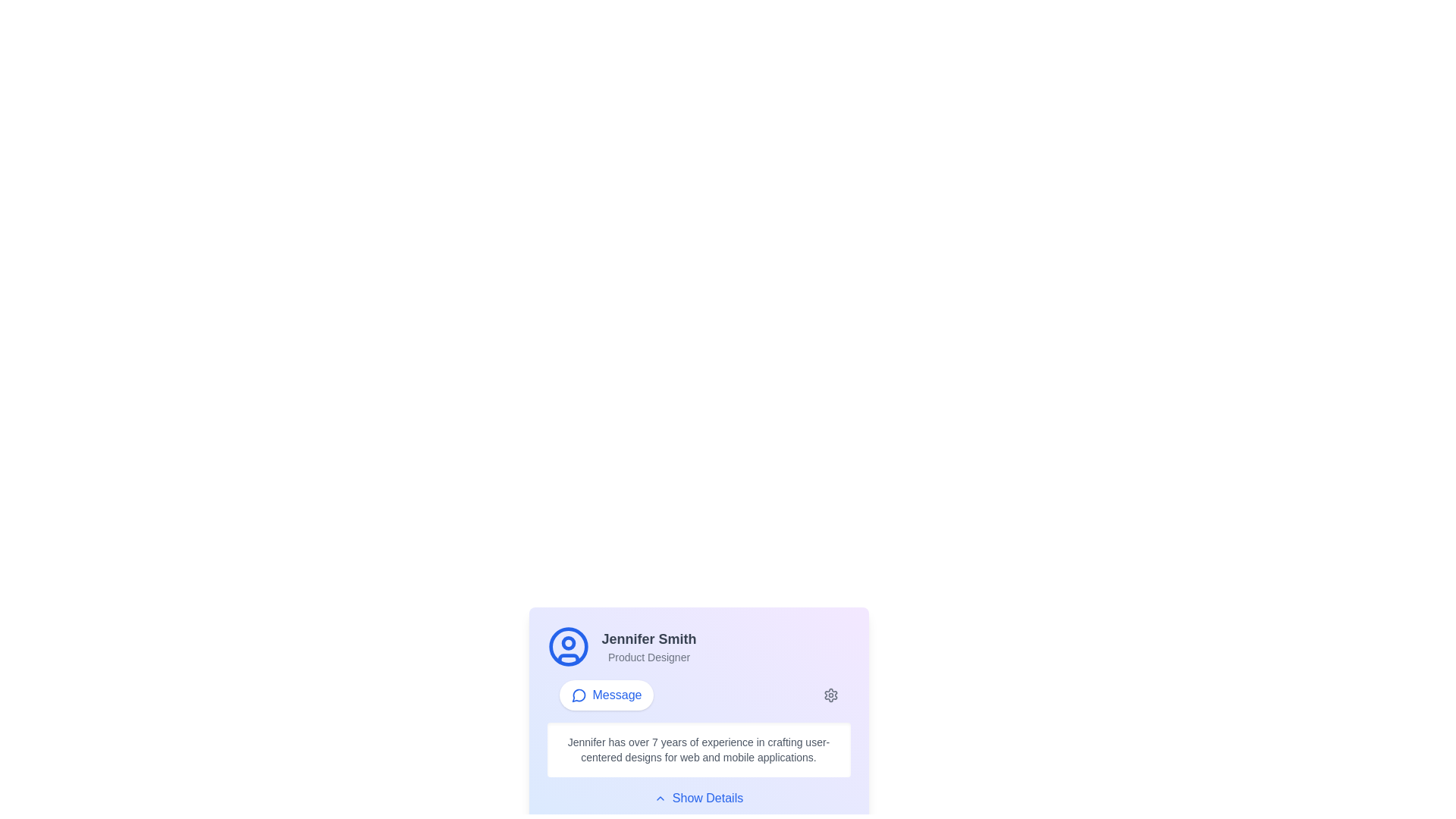 The image size is (1456, 819). I want to click on attention on the User Profile Header featuring the avatar icon and the name 'Jennifer Smith' to identify the user, so click(698, 646).